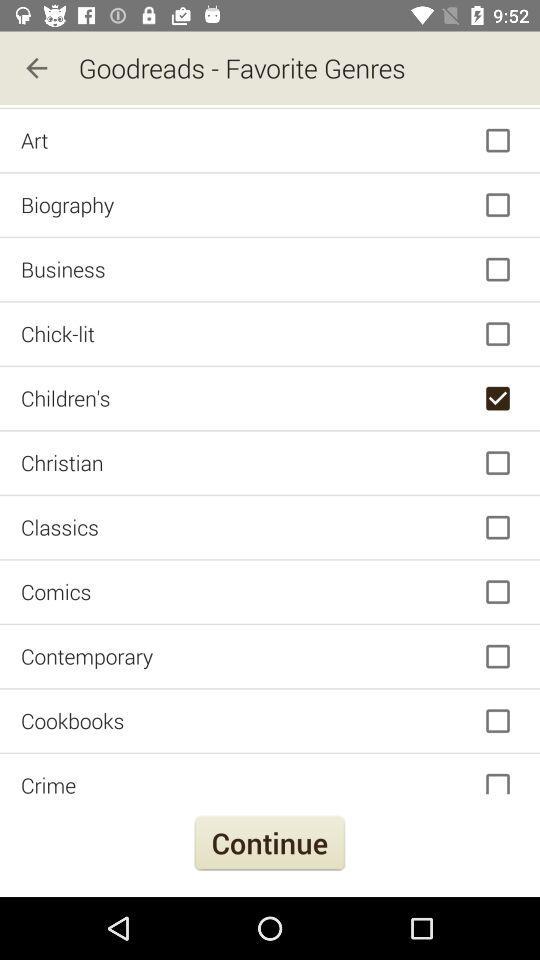 This screenshot has width=540, height=960. What do you see at coordinates (36, 68) in the screenshot?
I see `the icon to the left of the goodreads - favorite genres` at bounding box center [36, 68].